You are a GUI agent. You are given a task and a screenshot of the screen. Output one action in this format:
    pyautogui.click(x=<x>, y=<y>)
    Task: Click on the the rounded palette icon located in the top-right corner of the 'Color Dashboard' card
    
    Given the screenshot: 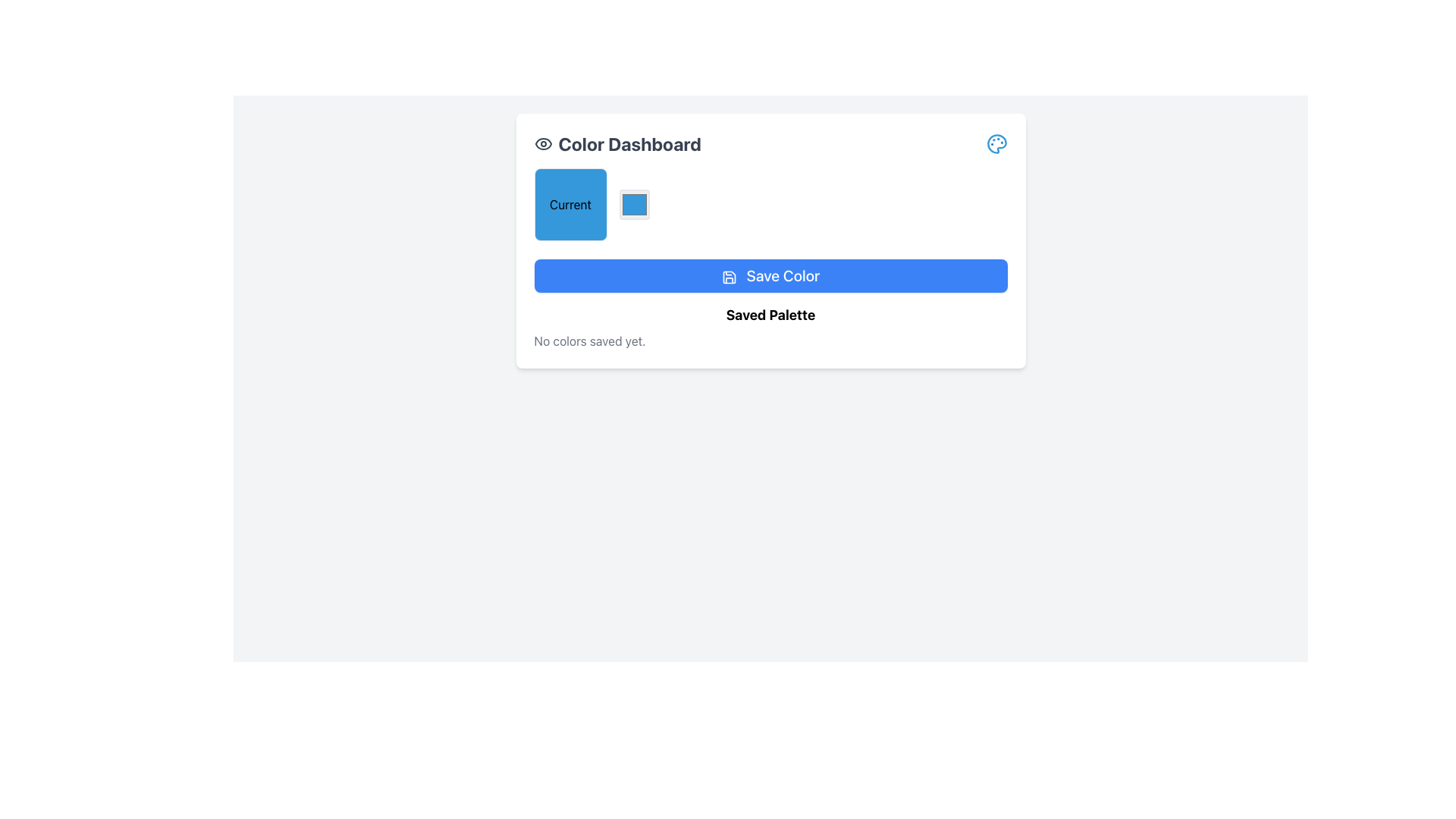 What is the action you would take?
    pyautogui.click(x=996, y=143)
    